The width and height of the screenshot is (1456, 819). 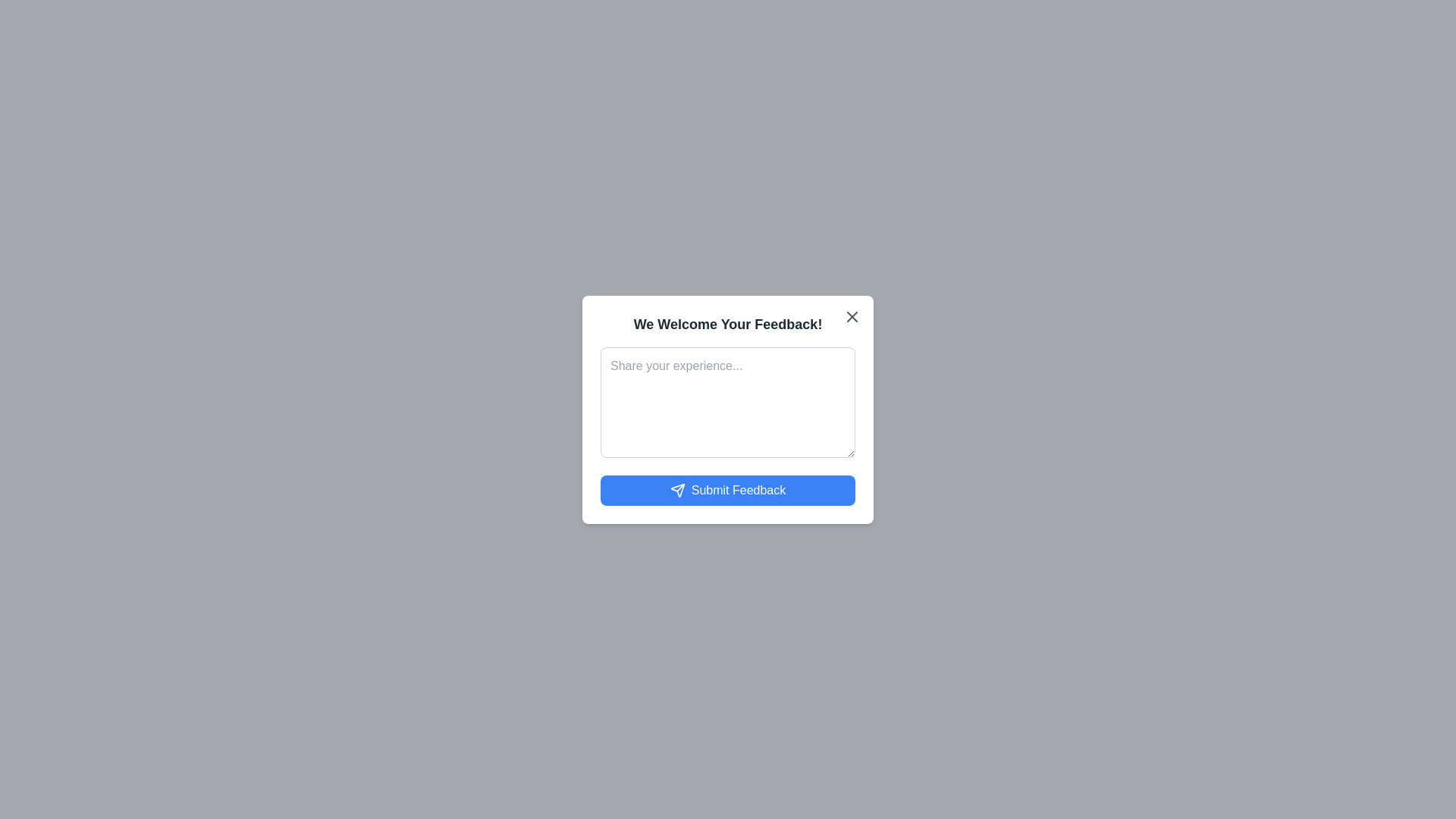 What do you see at coordinates (852, 315) in the screenshot?
I see `the close button in the top-right corner of the dialog` at bounding box center [852, 315].